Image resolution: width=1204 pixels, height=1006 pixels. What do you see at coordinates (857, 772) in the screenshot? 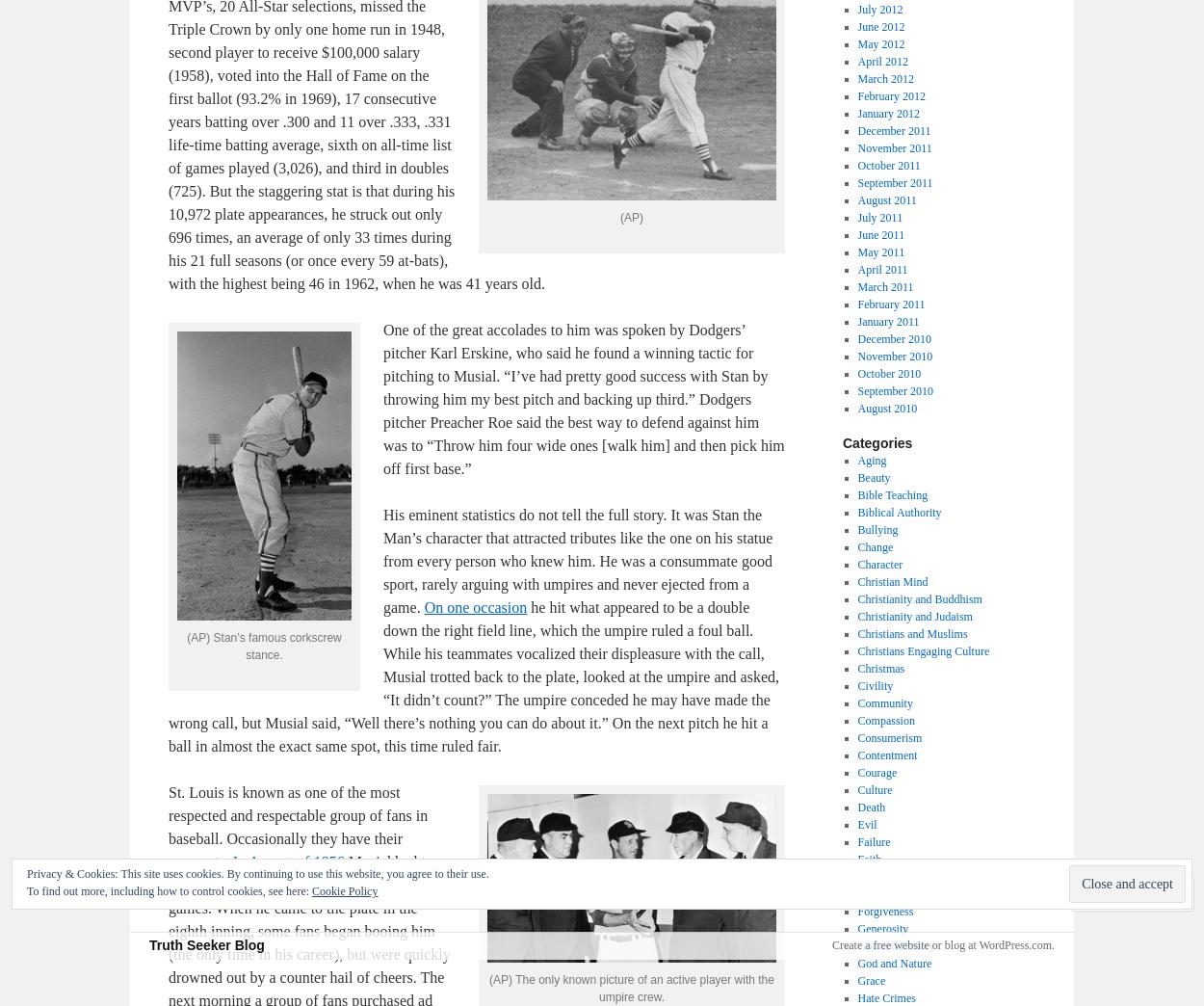
I see `'Courage'` at bounding box center [857, 772].